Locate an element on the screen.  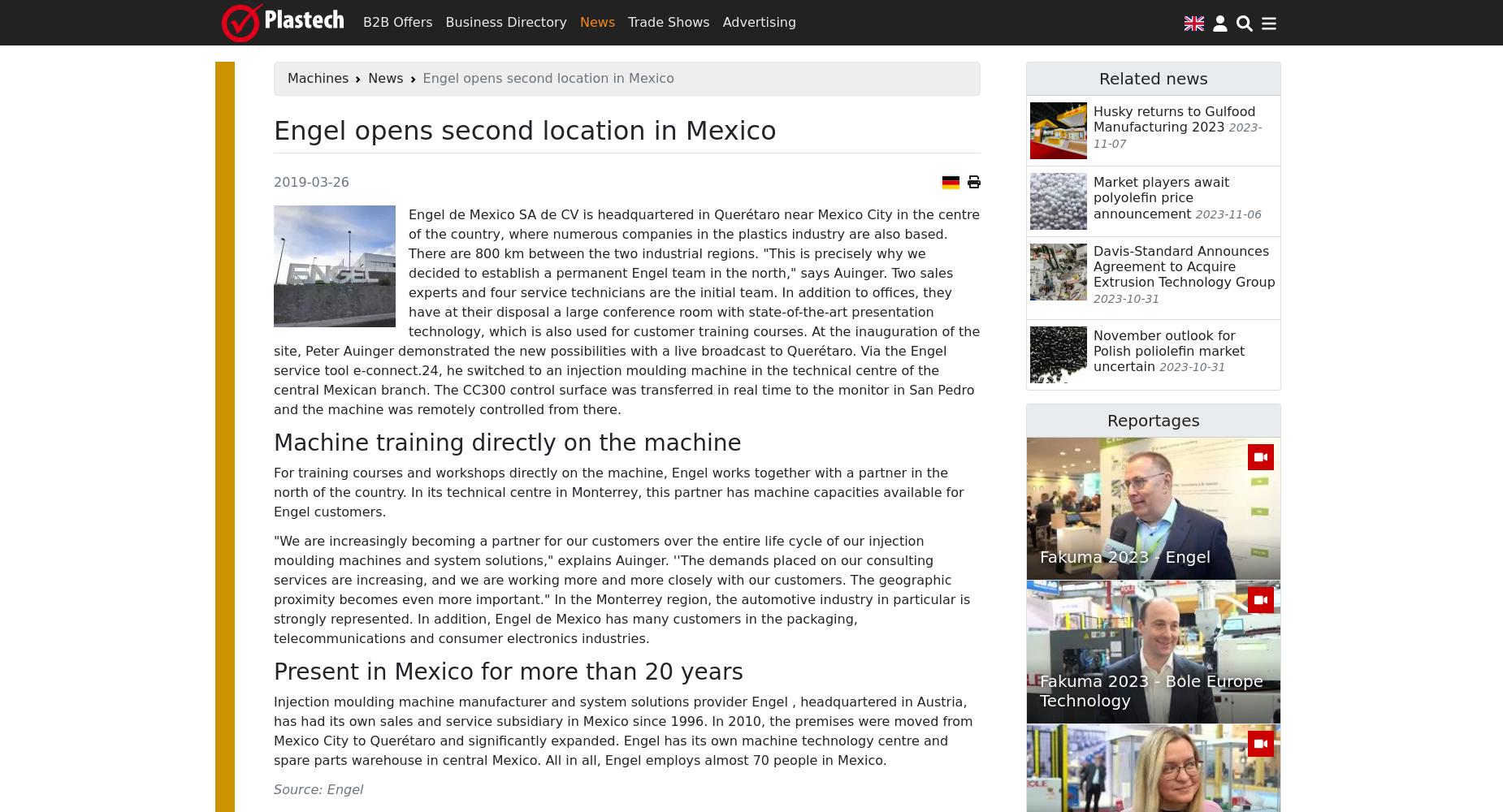
'Machine training directly on the machine' is located at coordinates (273, 443).